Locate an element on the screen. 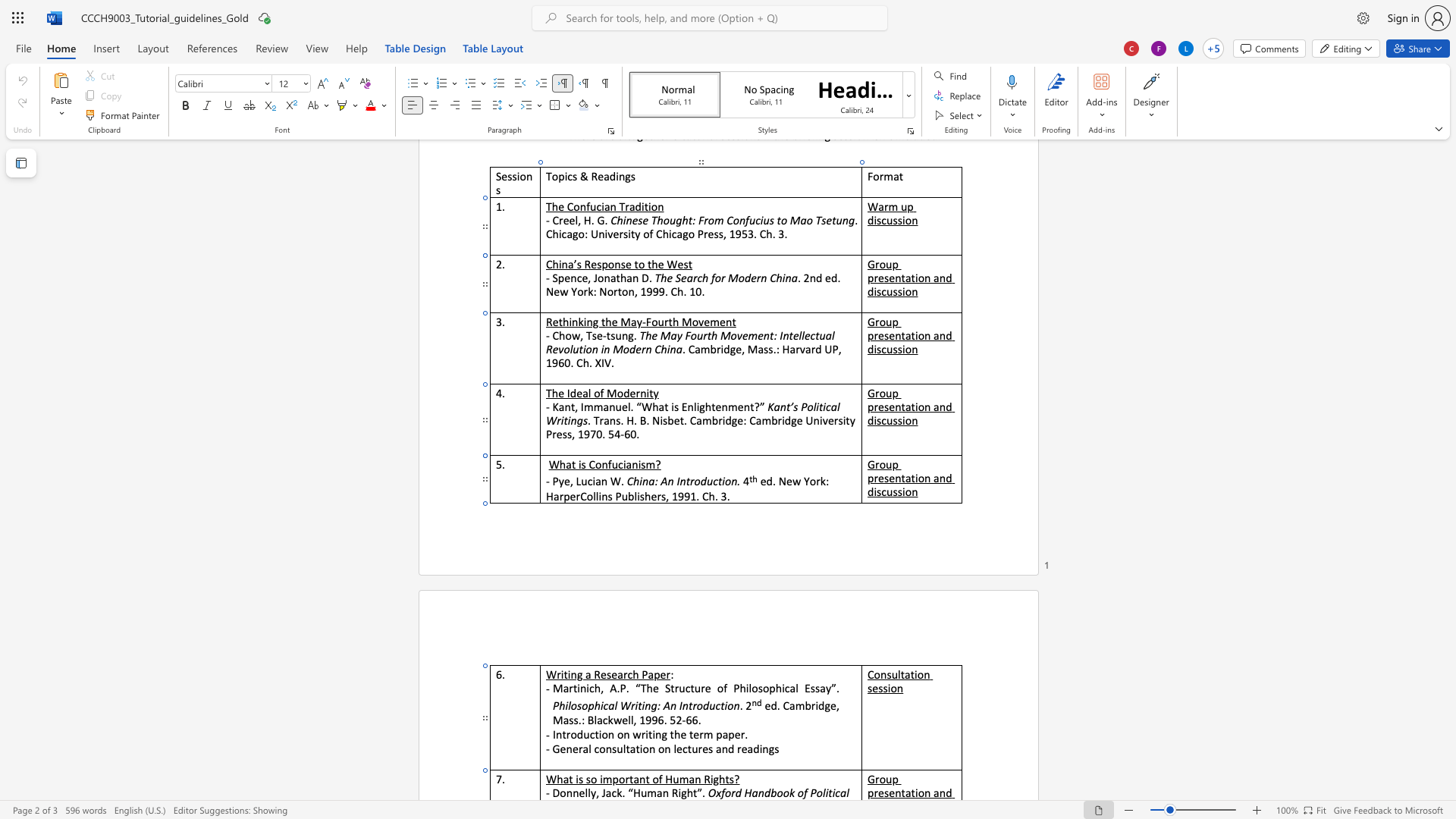 Image resolution: width=1456 pixels, height=819 pixels. the space between the continuous character "n" and "n" in the text is located at coordinates (572, 792).